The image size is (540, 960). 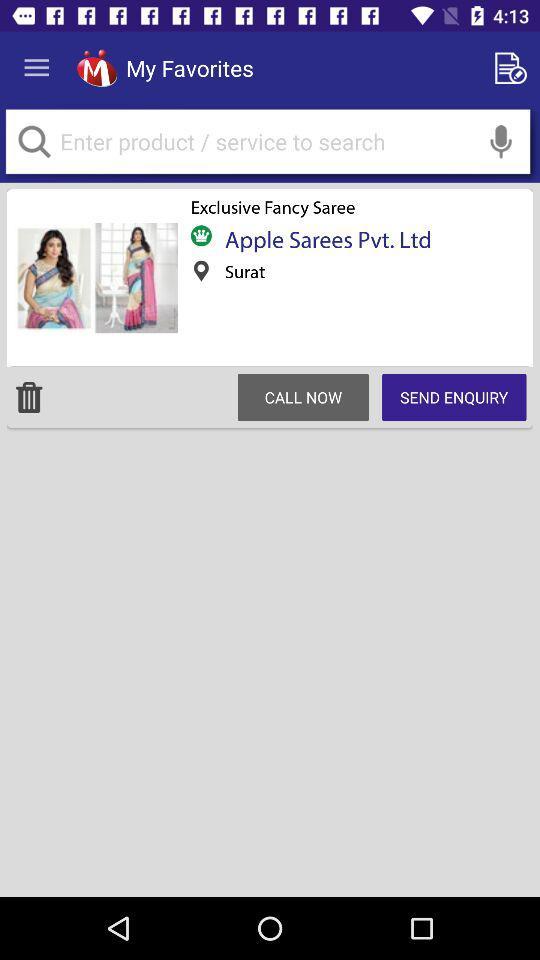 I want to click on the item next to the send enquiry item, so click(x=302, y=396).